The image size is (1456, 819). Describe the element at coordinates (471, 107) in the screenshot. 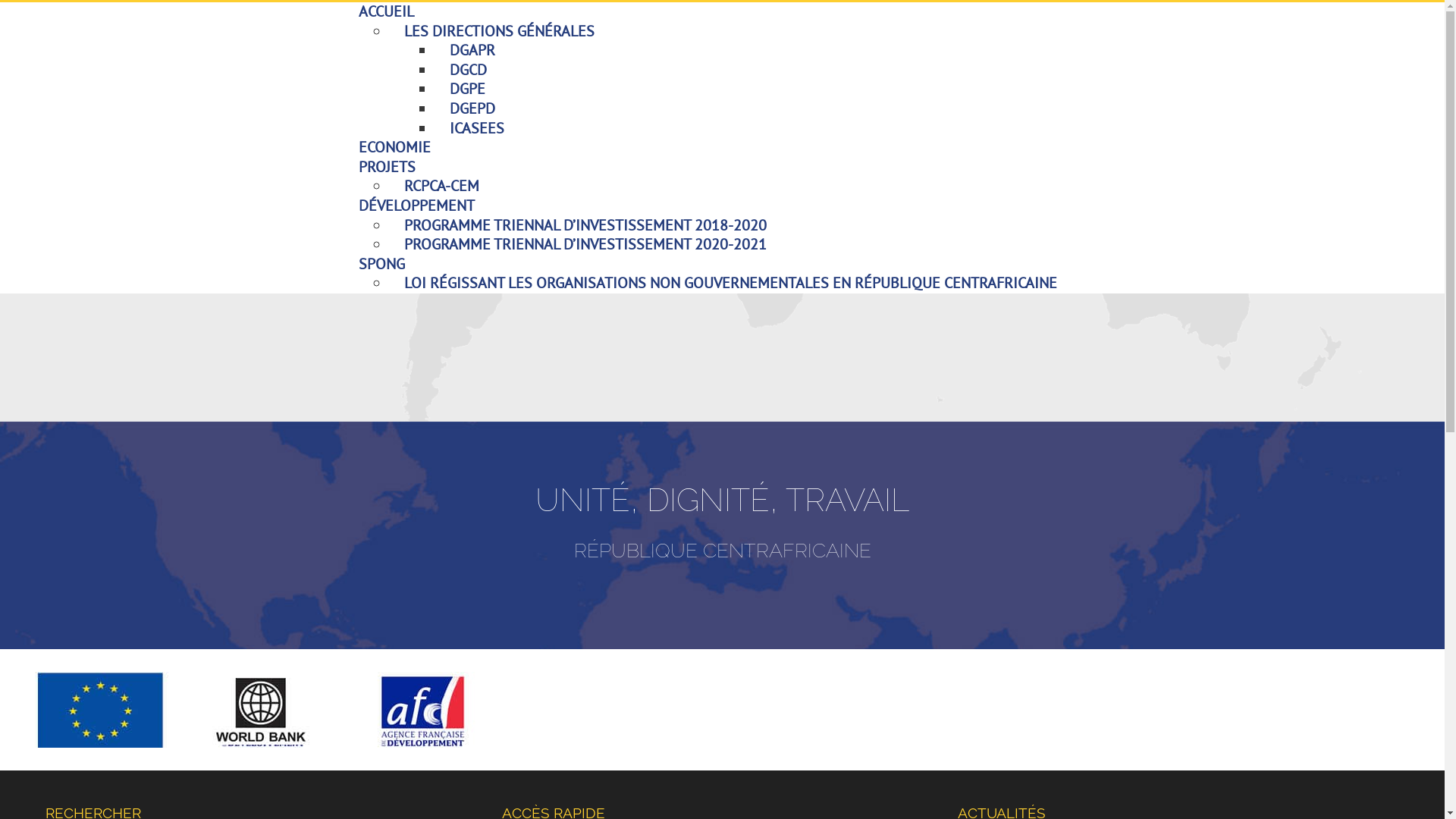

I see `'DGEPD'` at that location.